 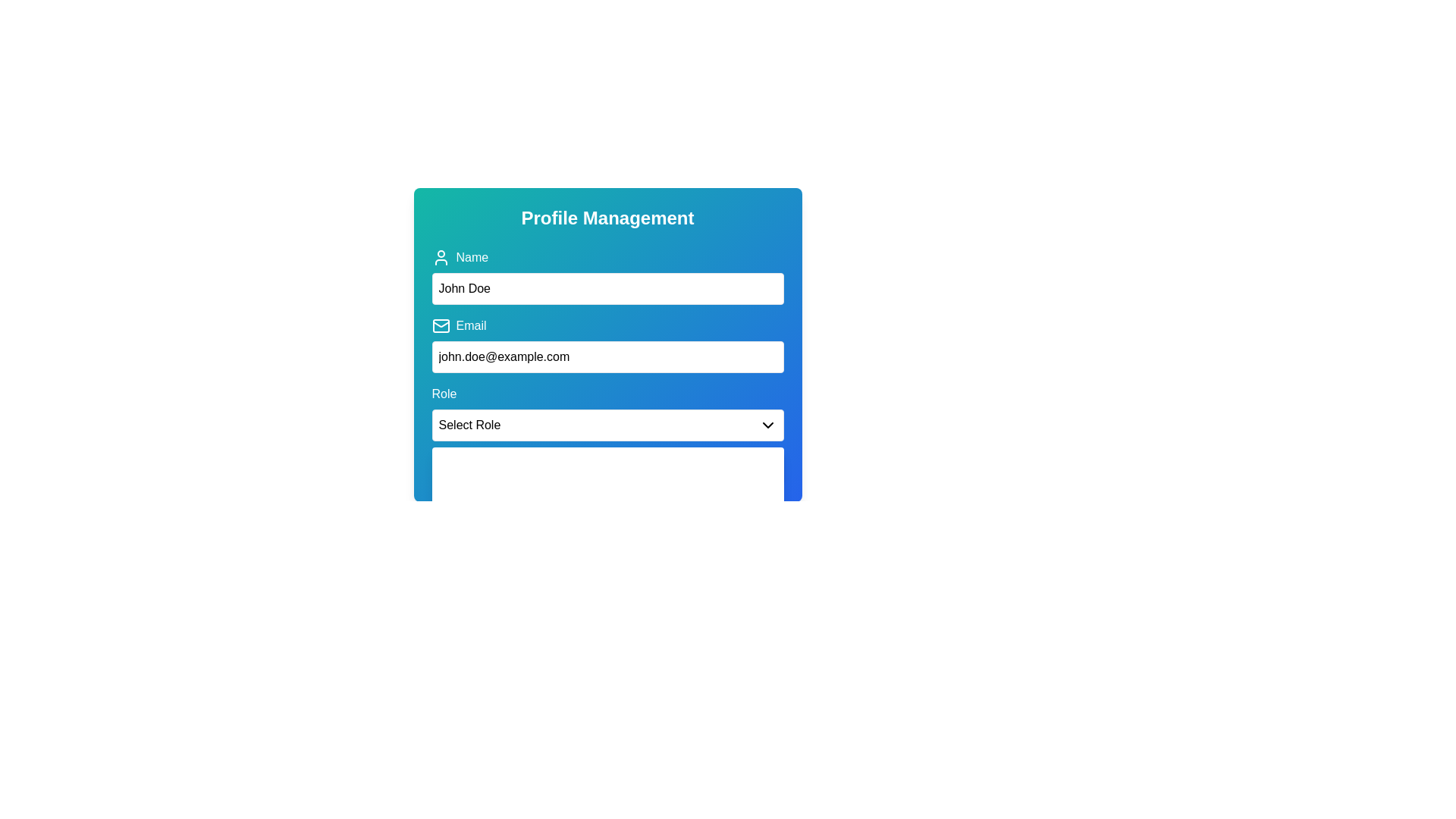 I want to click on the 'Select Role' dropdown menu to enable keyboard input, so click(x=607, y=425).